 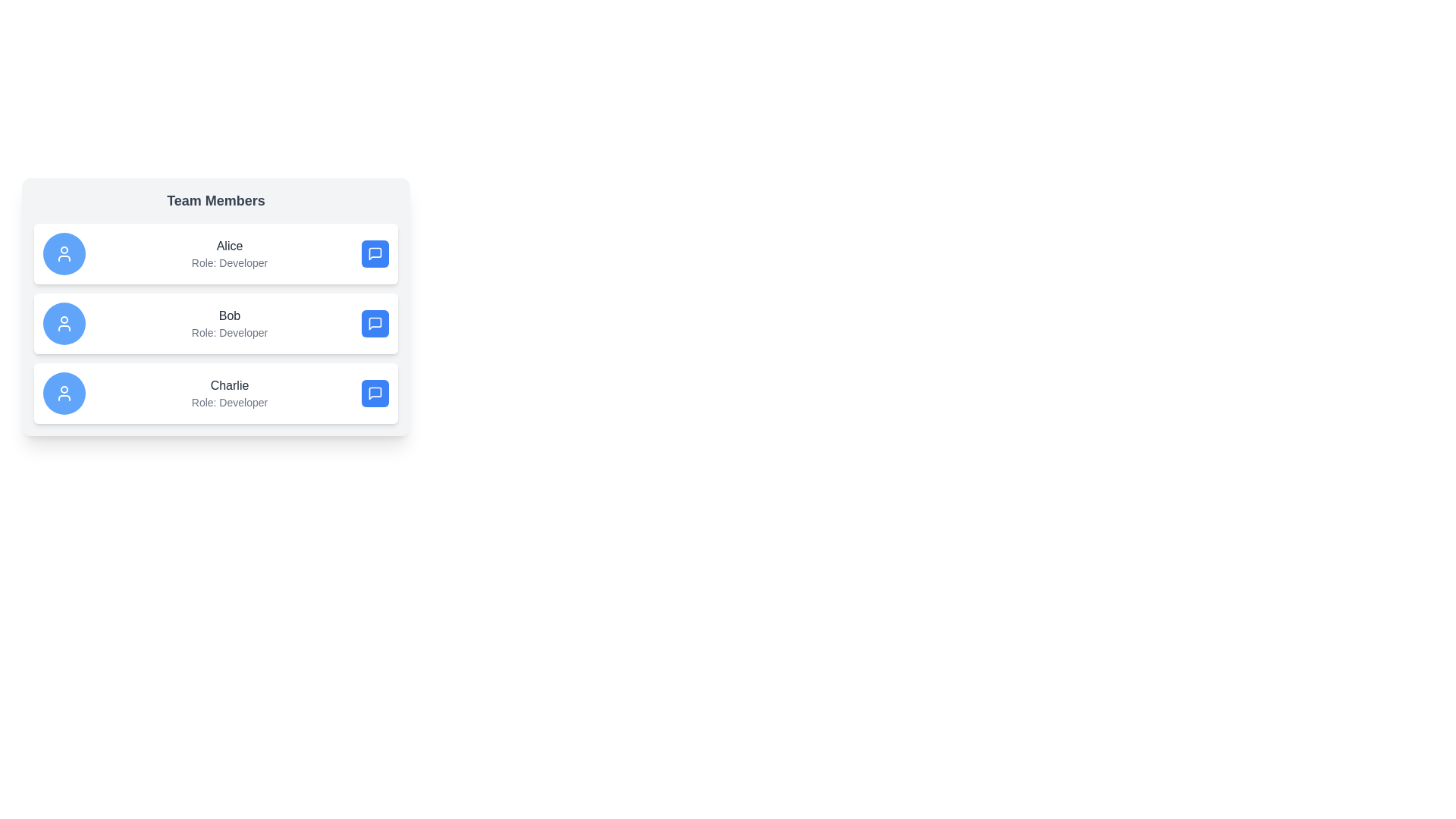 I want to click on the text label displaying the name 'Alice' for copying, which is bold, medium-sized, and medium gray, located above 'Role: Developer' in the team members list, so click(x=228, y=245).